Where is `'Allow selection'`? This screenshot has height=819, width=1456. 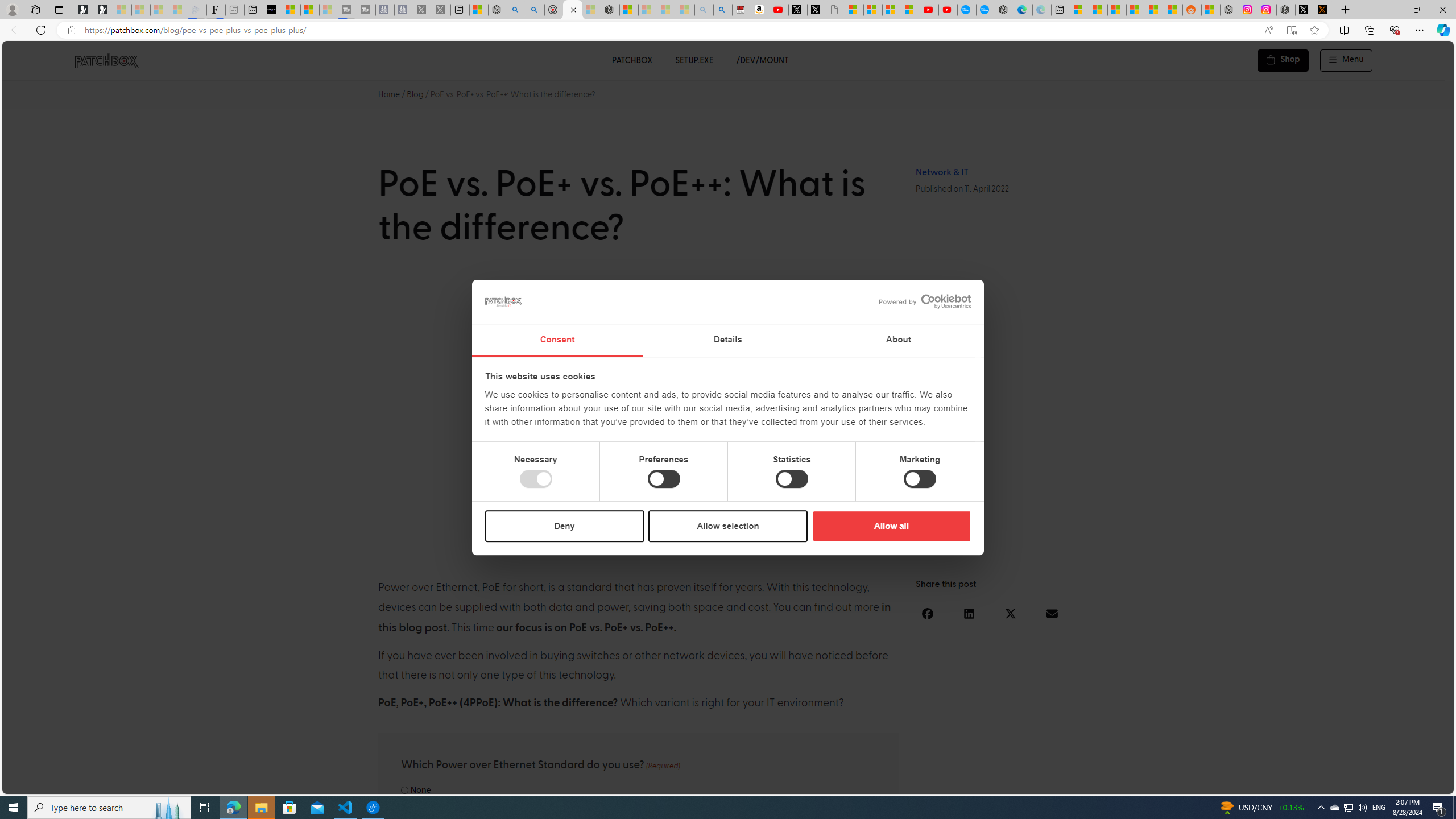
'Allow selection' is located at coordinates (728, 525).